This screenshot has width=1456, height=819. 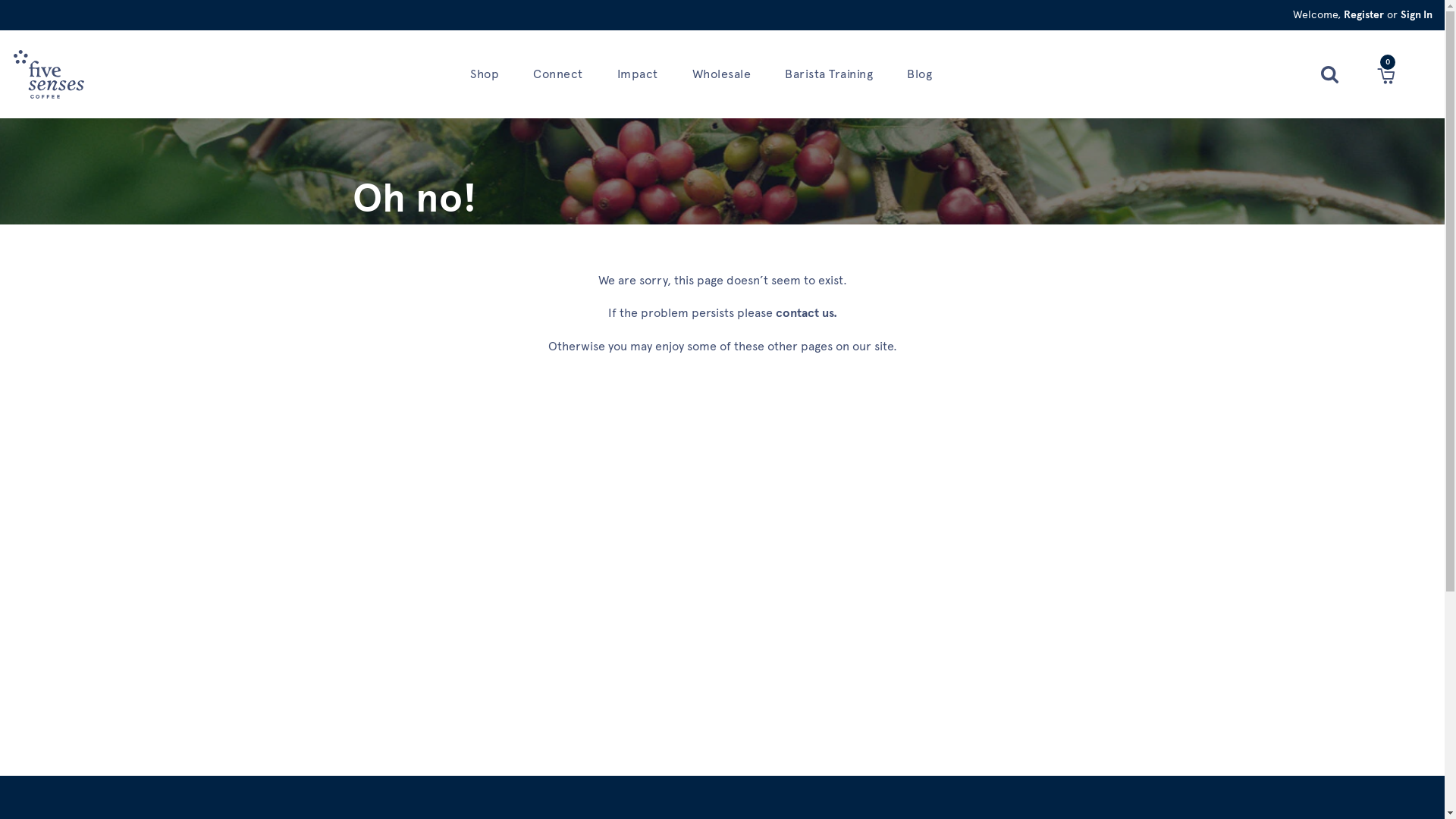 What do you see at coordinates (639, 74) in the screenshot?
I see `'Impact'` at bounding box center [639, 74].